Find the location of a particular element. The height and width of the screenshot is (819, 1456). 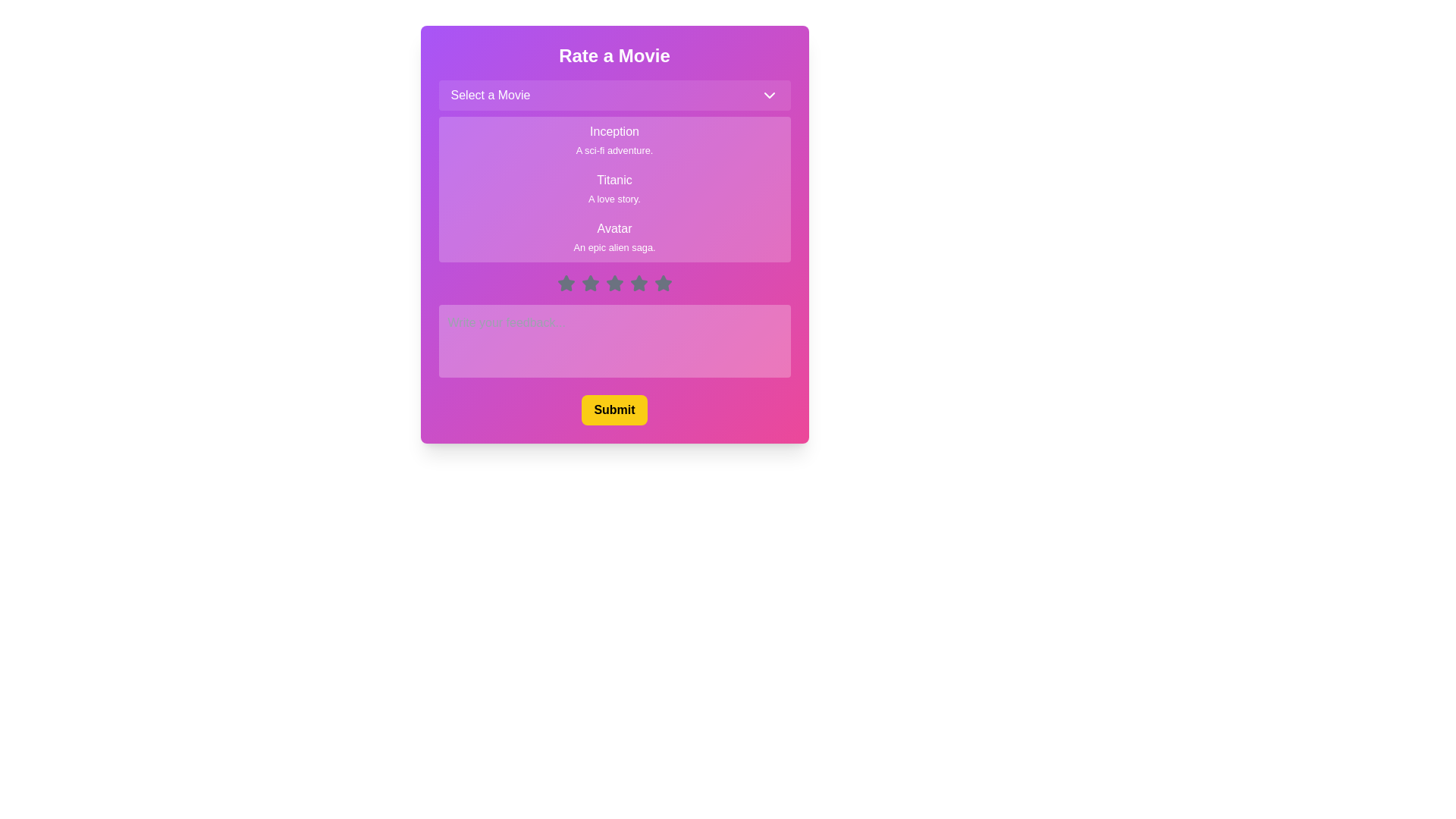

the static text that provides a brief summary for the movie 'Avatar', located below the movie title and above the rating section is located at coordinates (614, 246).